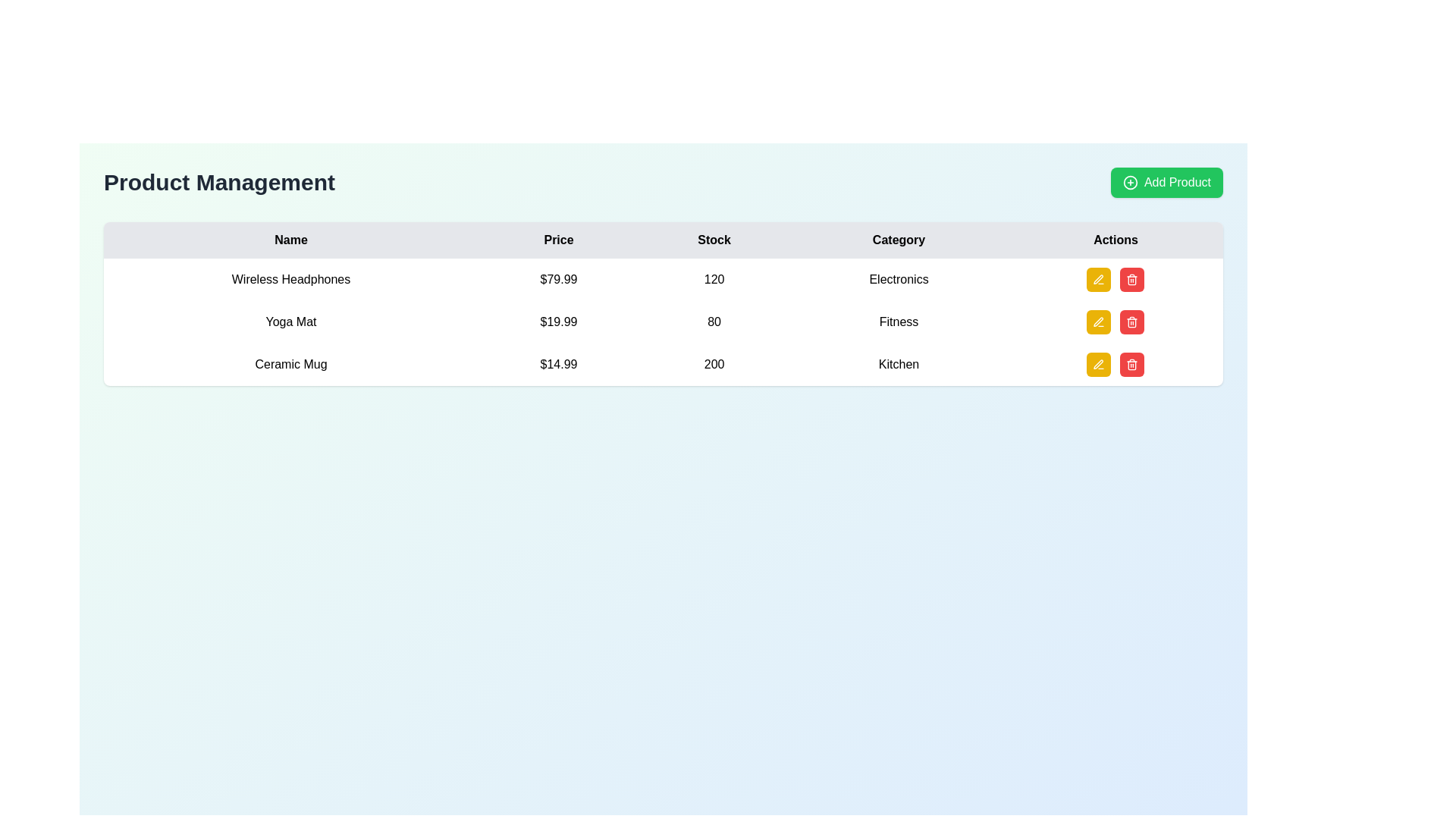 The width and height of the screenshot is (1456, 819). What do you see at coordinates (1130, 181) in the screenshot?
I see `the circular SVG graphical element located inside the 'Add Product' button's left-hand graphical icon, which features a '+' symbol` at bounding box center [1130, 181].